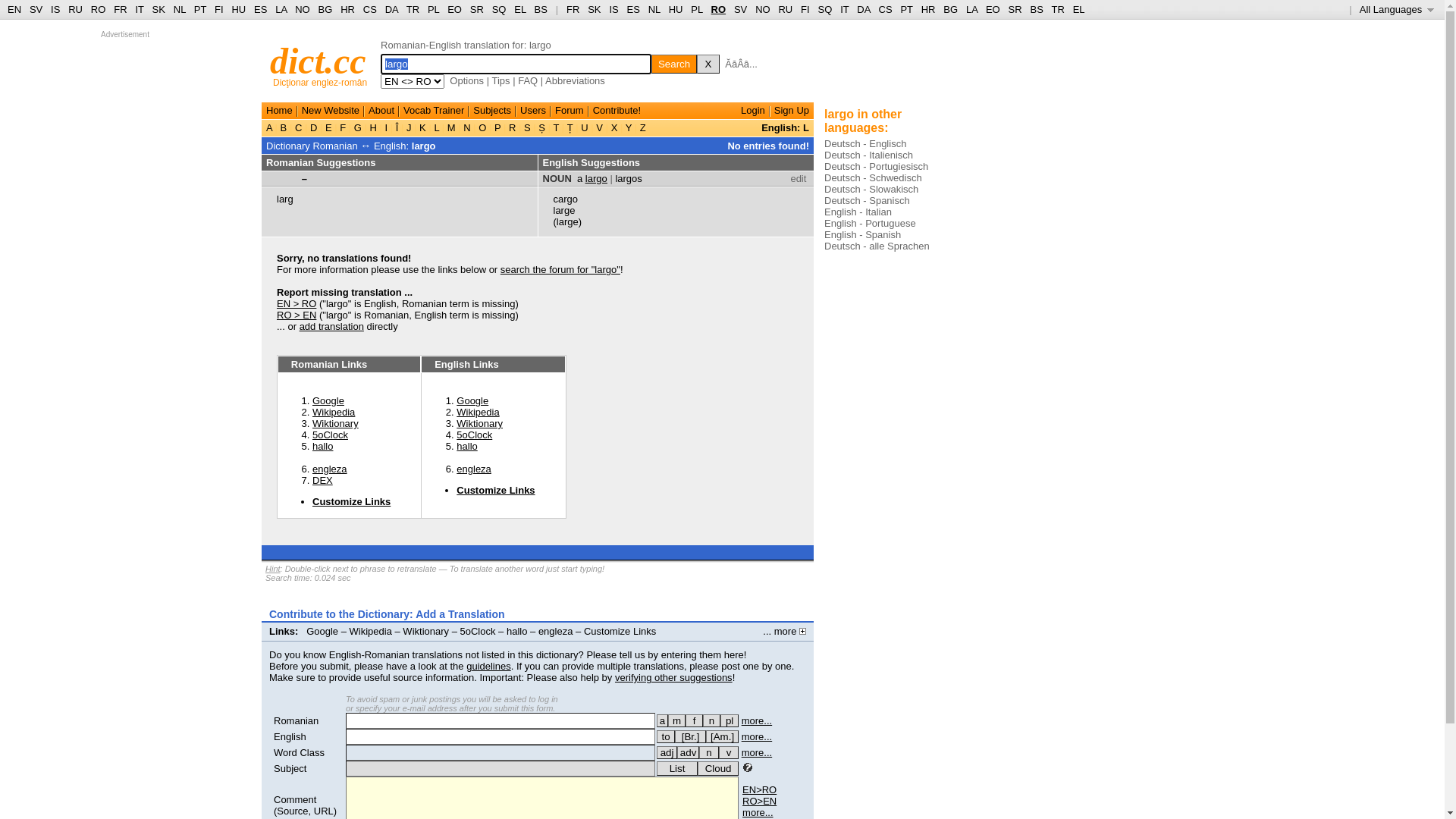 The width and height of the screenshot is (1456, 819). I want to click on 'New Website', so click(302, 109).